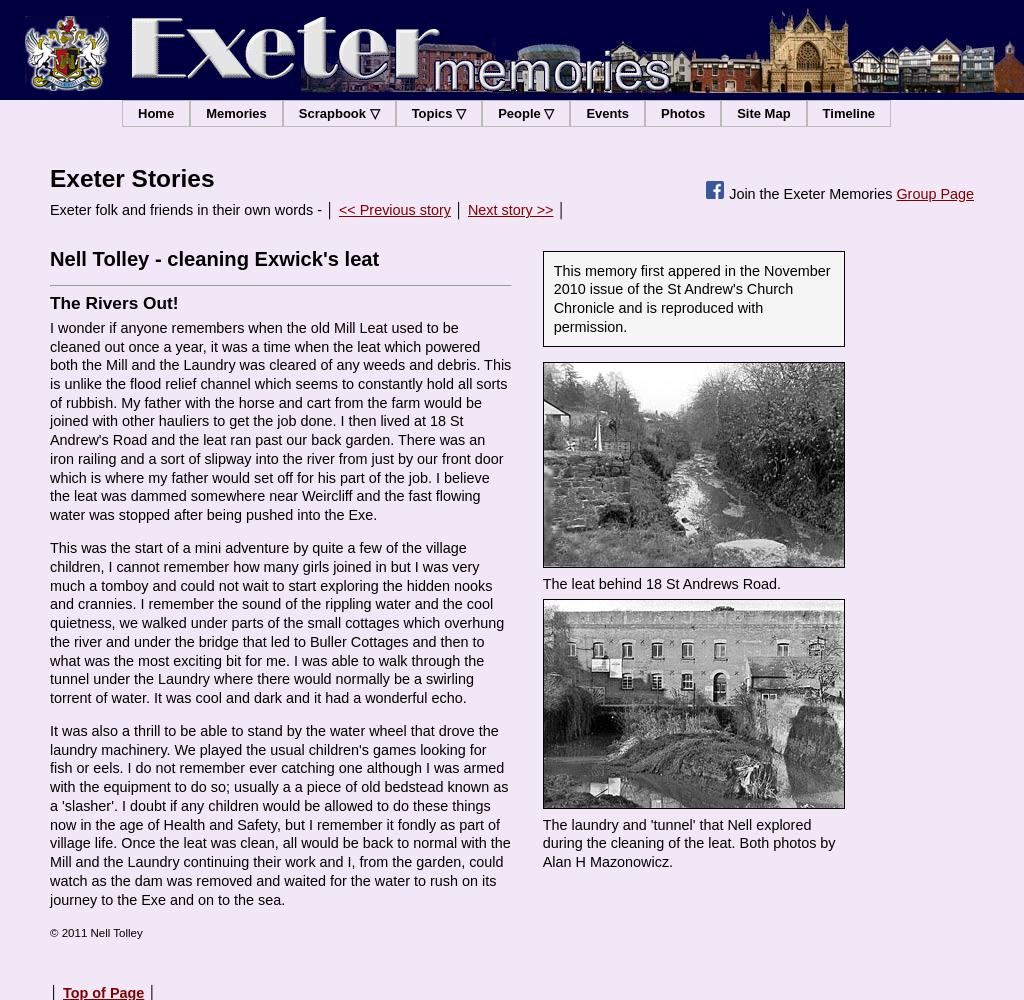  I want to click on 'The leat behind 18 St Andrews Road.', so click(660, 583).